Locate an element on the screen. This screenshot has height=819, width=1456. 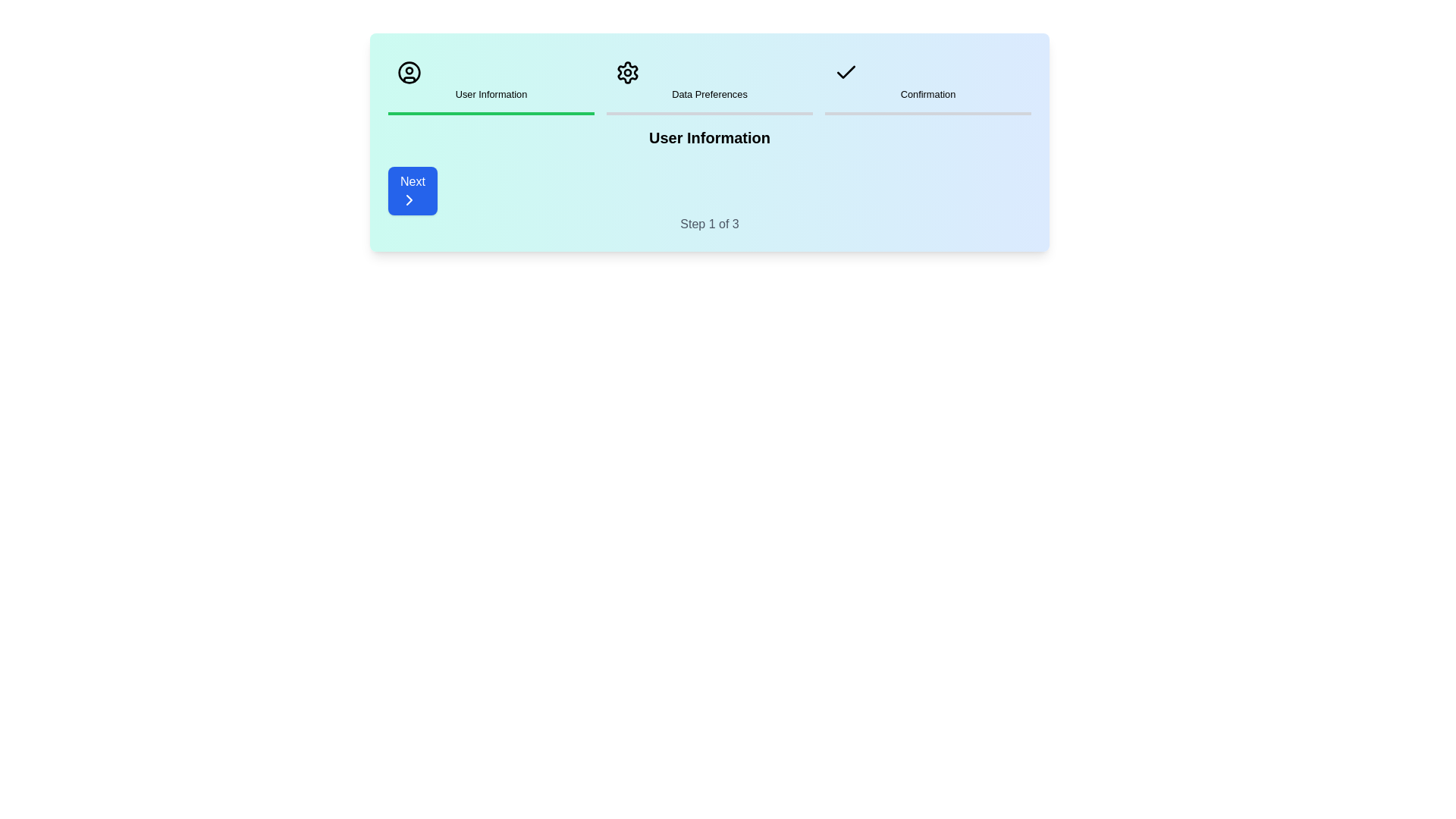
the 'Next' button to proceed to the next step is located at coordinates (413, 190).